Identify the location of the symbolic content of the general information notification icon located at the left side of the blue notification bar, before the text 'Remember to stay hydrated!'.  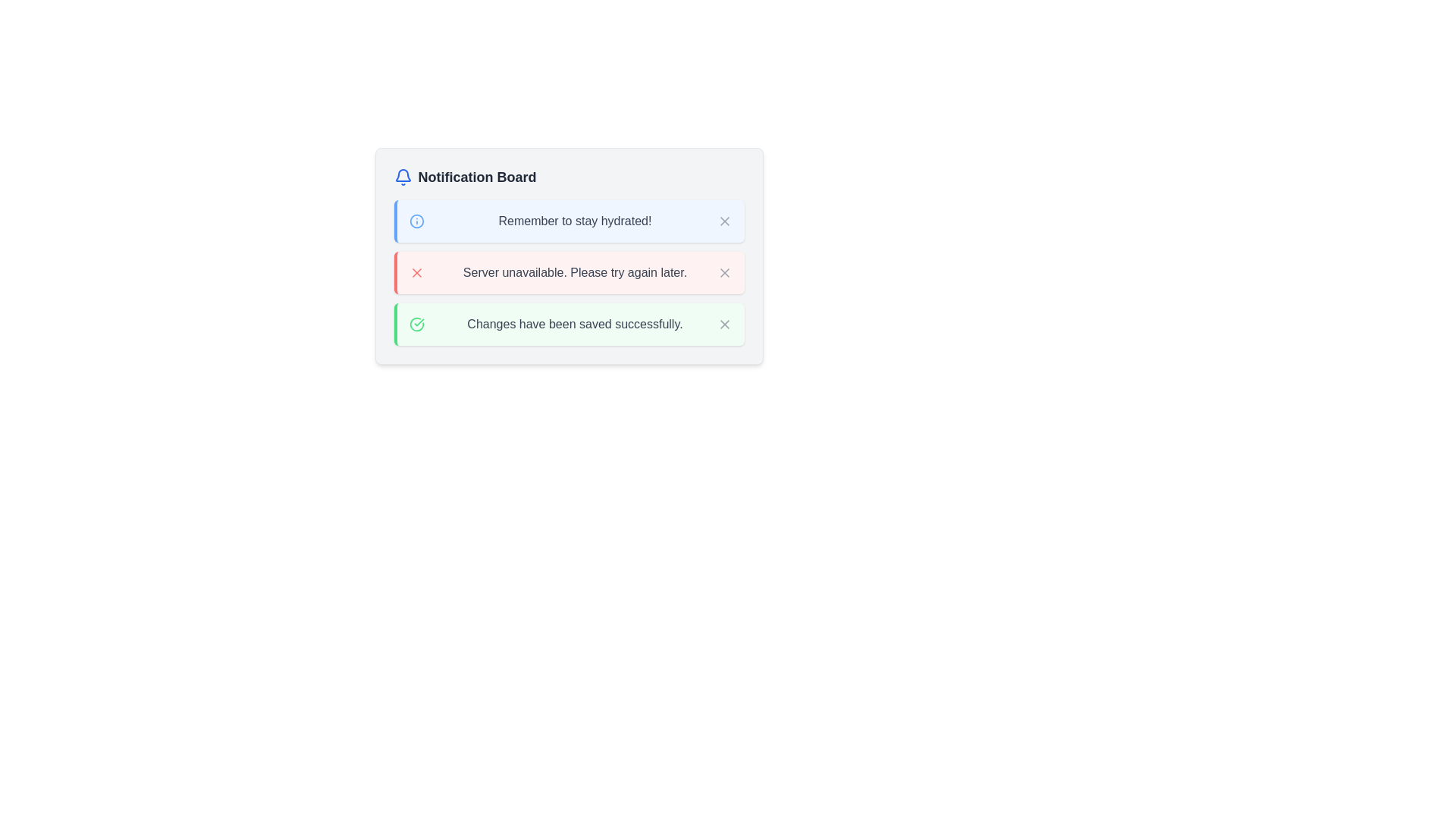
(416, 221).